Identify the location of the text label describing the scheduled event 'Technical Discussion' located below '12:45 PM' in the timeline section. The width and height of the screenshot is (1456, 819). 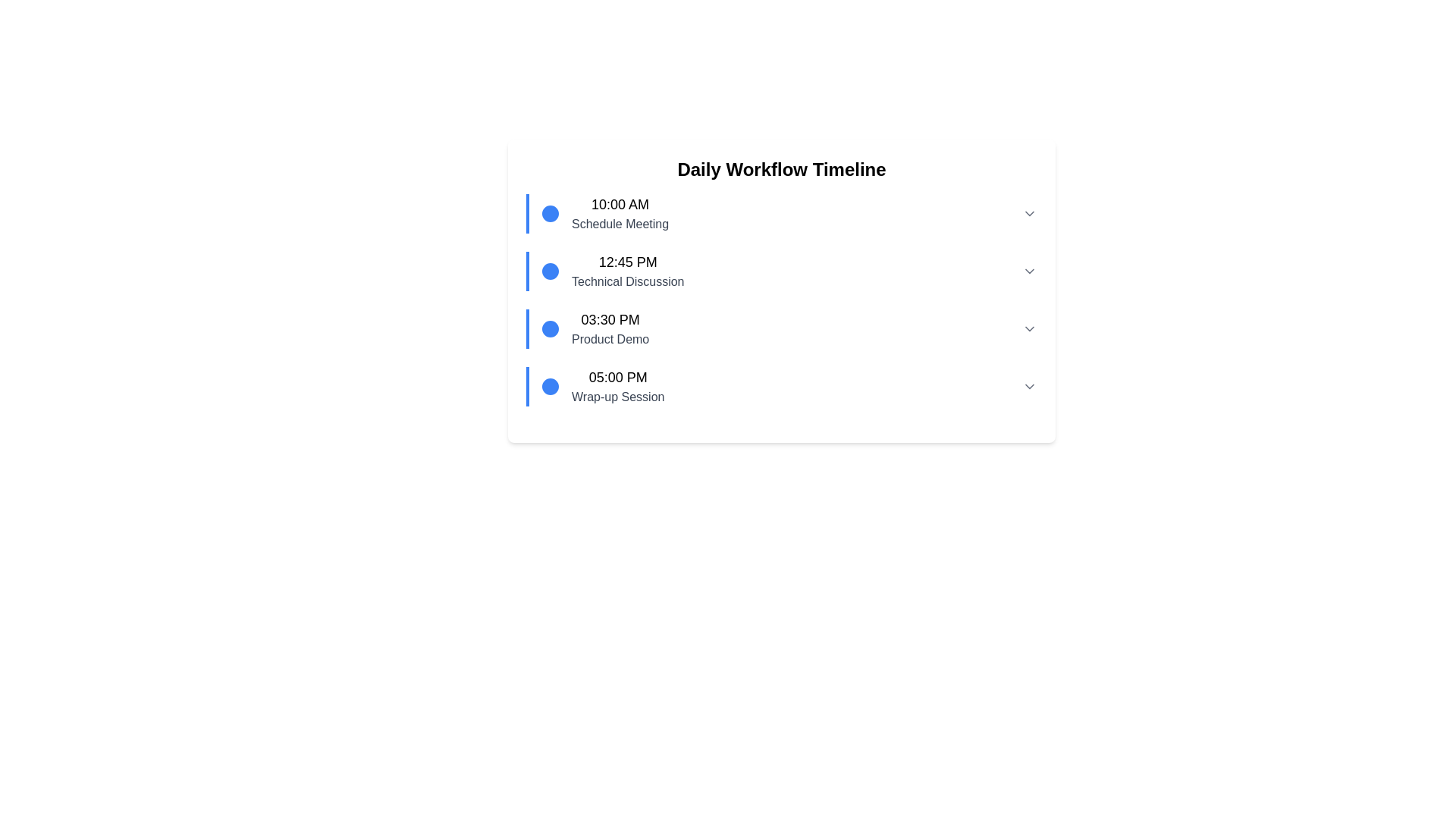
(628, 281).